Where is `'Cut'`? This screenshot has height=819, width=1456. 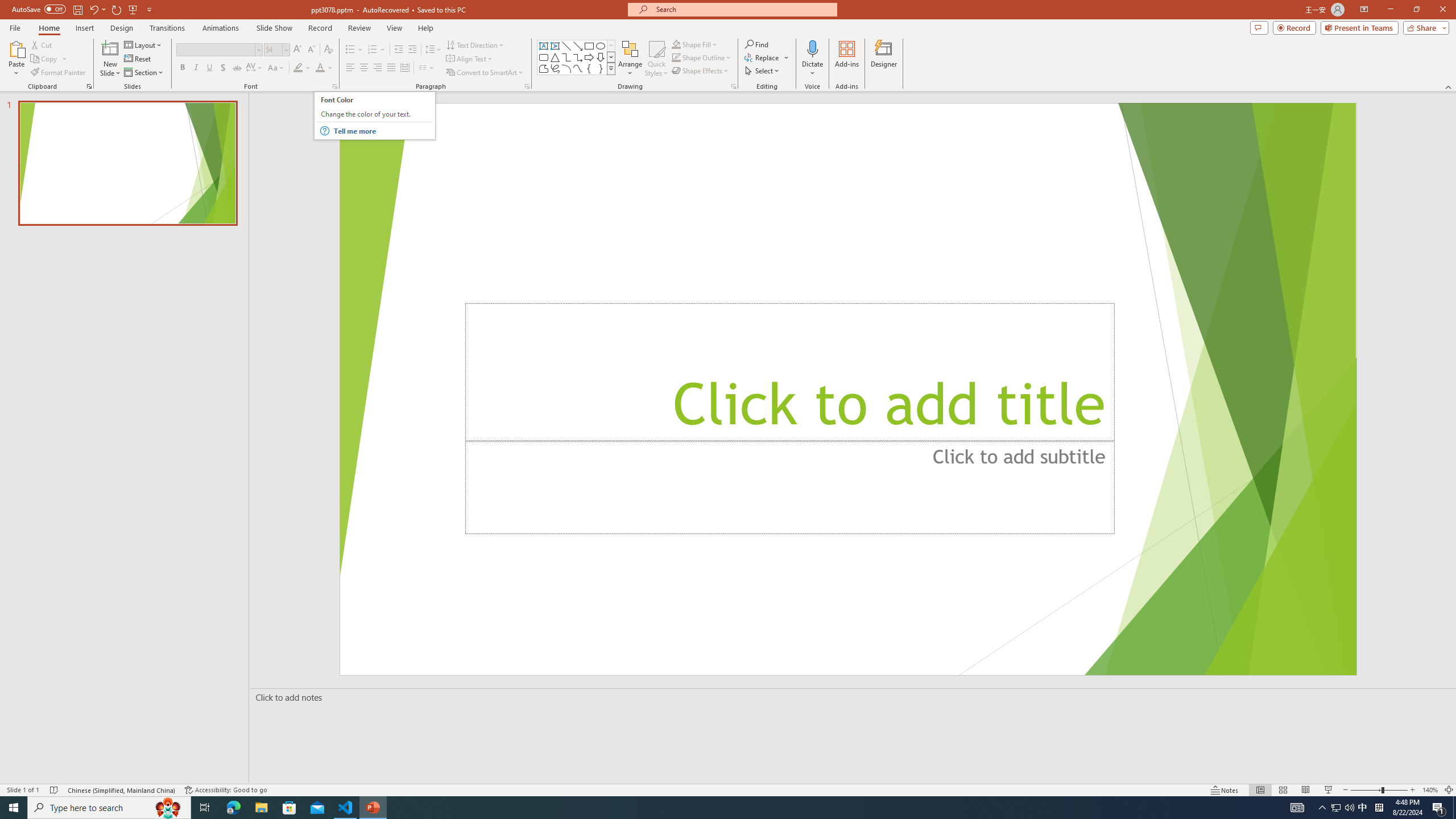 'Cut' is located at coordinates (42, 44).